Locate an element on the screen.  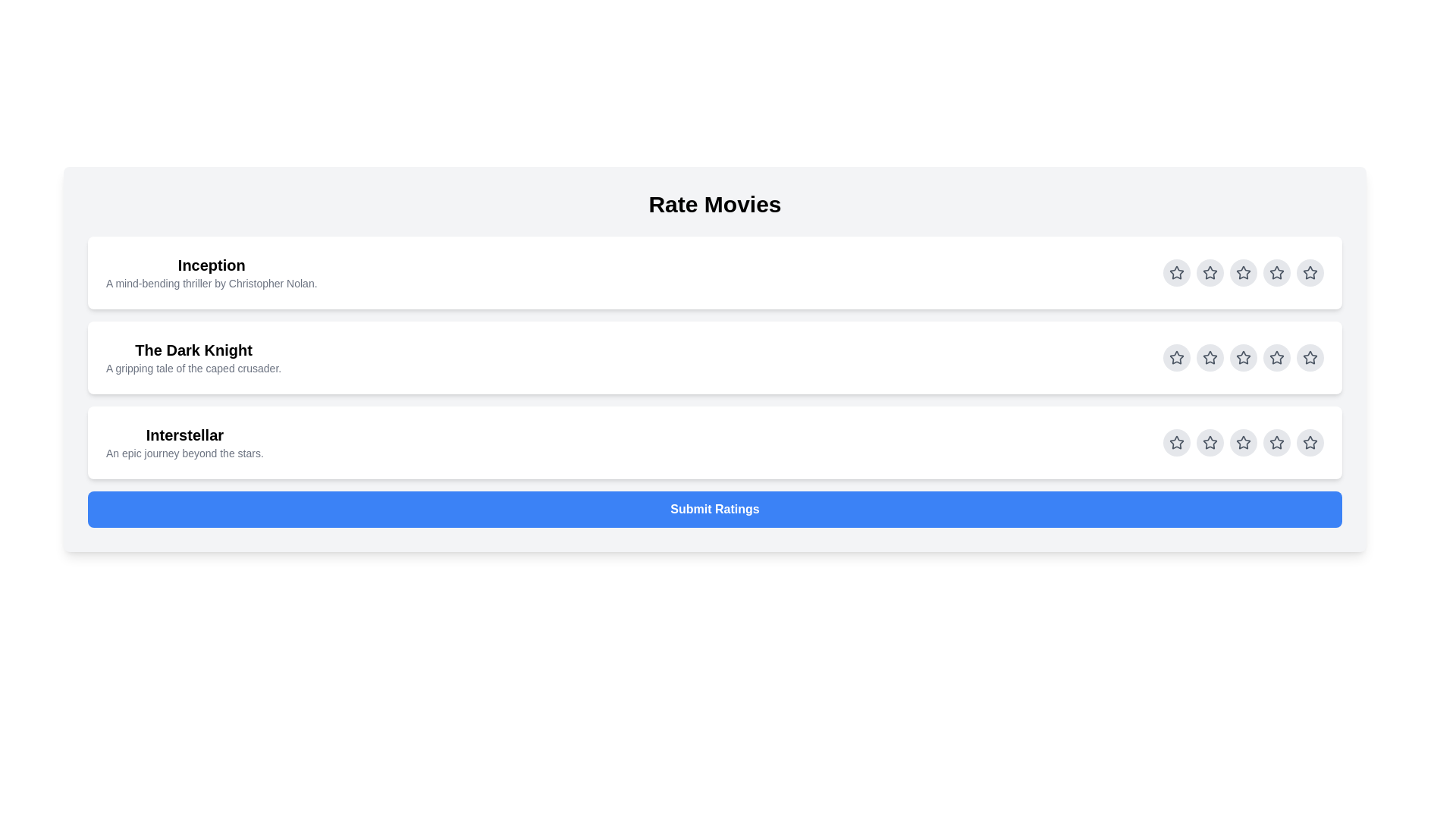
the rating stars for movie The Dark Knight is located at coordinates (1175, 357).